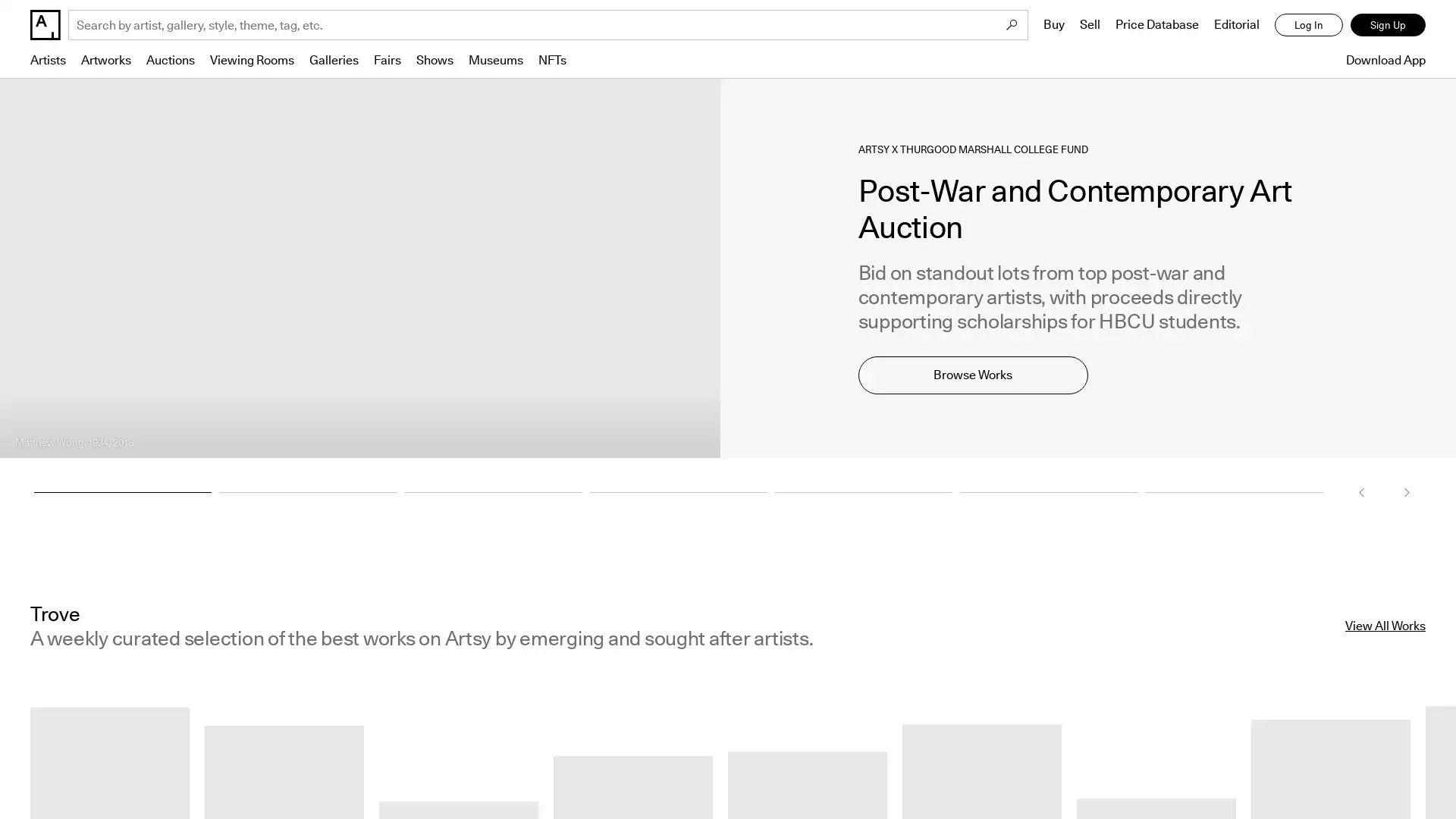 The height and width of the screenshot is (819, 1456). I want to click on Accept All, so click(1366, 769).